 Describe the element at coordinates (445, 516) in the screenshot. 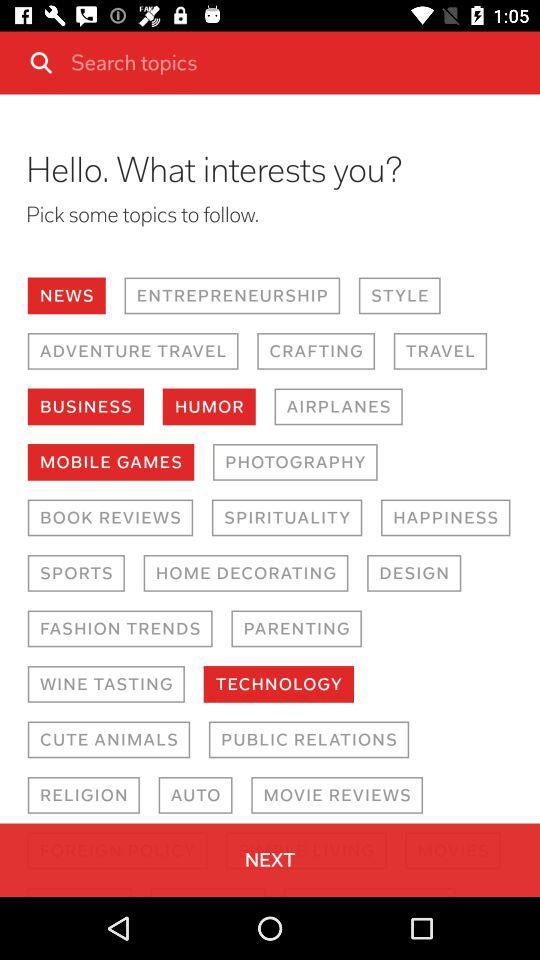

I see `happiness icon` at that location.